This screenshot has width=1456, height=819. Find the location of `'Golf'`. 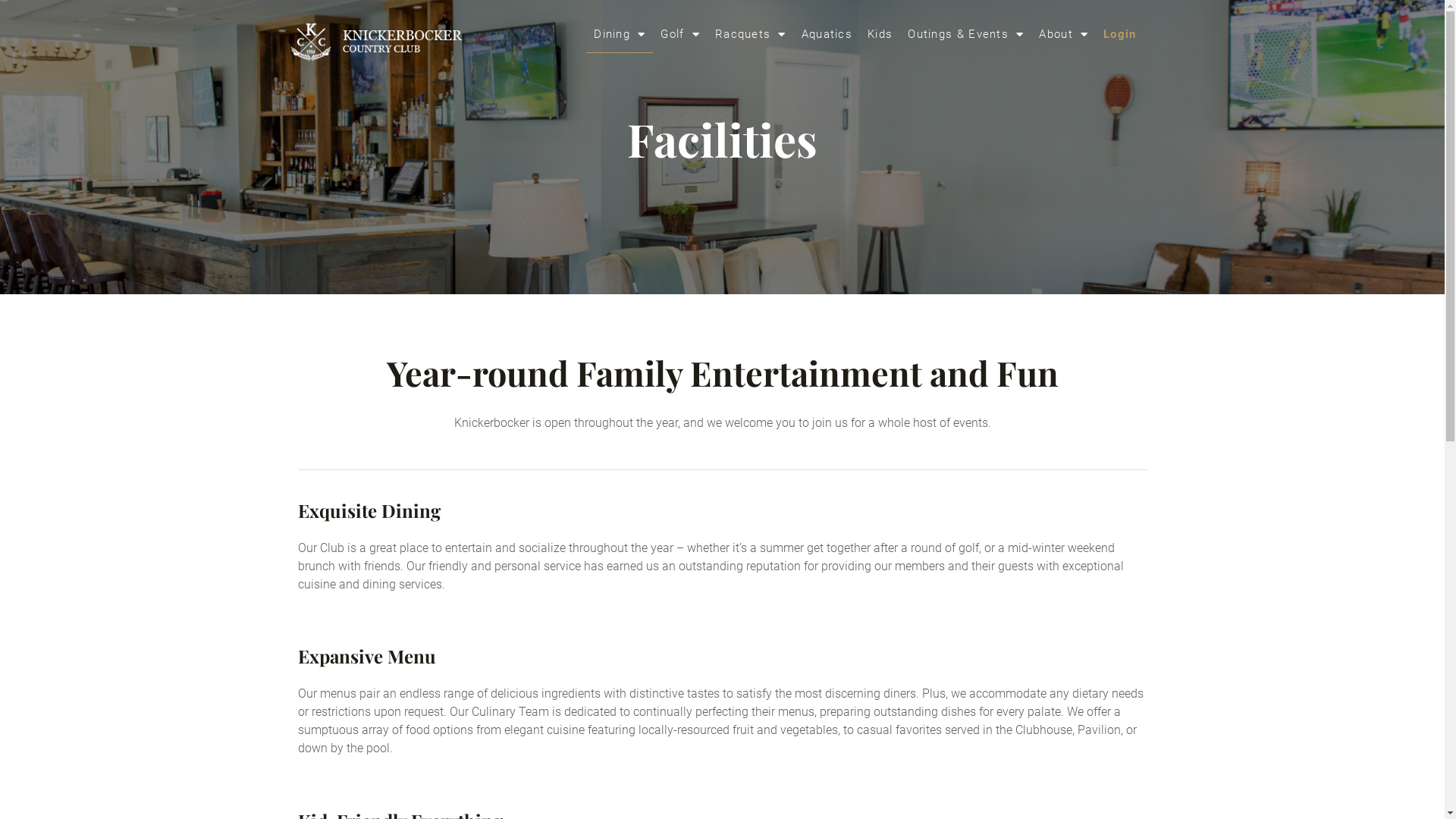

'Golf' is located at coordinates (679, 34).